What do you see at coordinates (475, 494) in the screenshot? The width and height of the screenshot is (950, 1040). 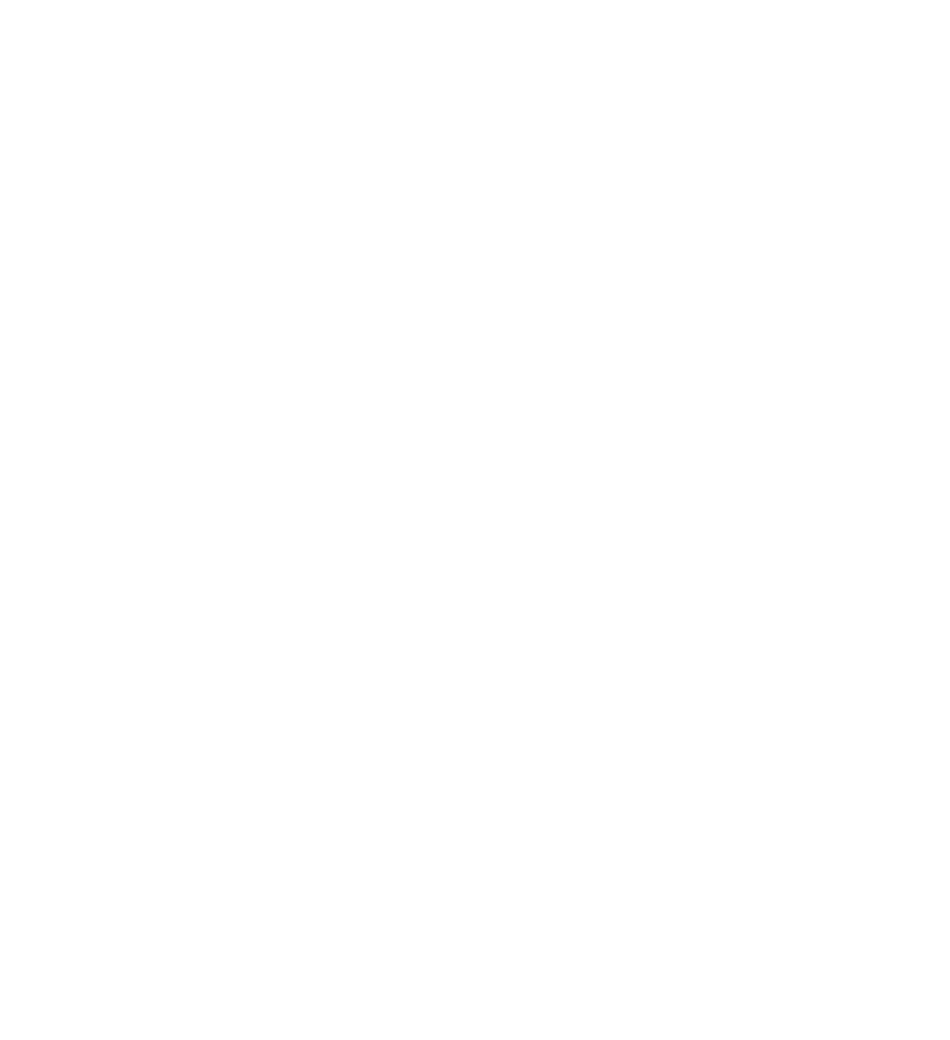 I see `'/'` at bounding box center [475, 494].